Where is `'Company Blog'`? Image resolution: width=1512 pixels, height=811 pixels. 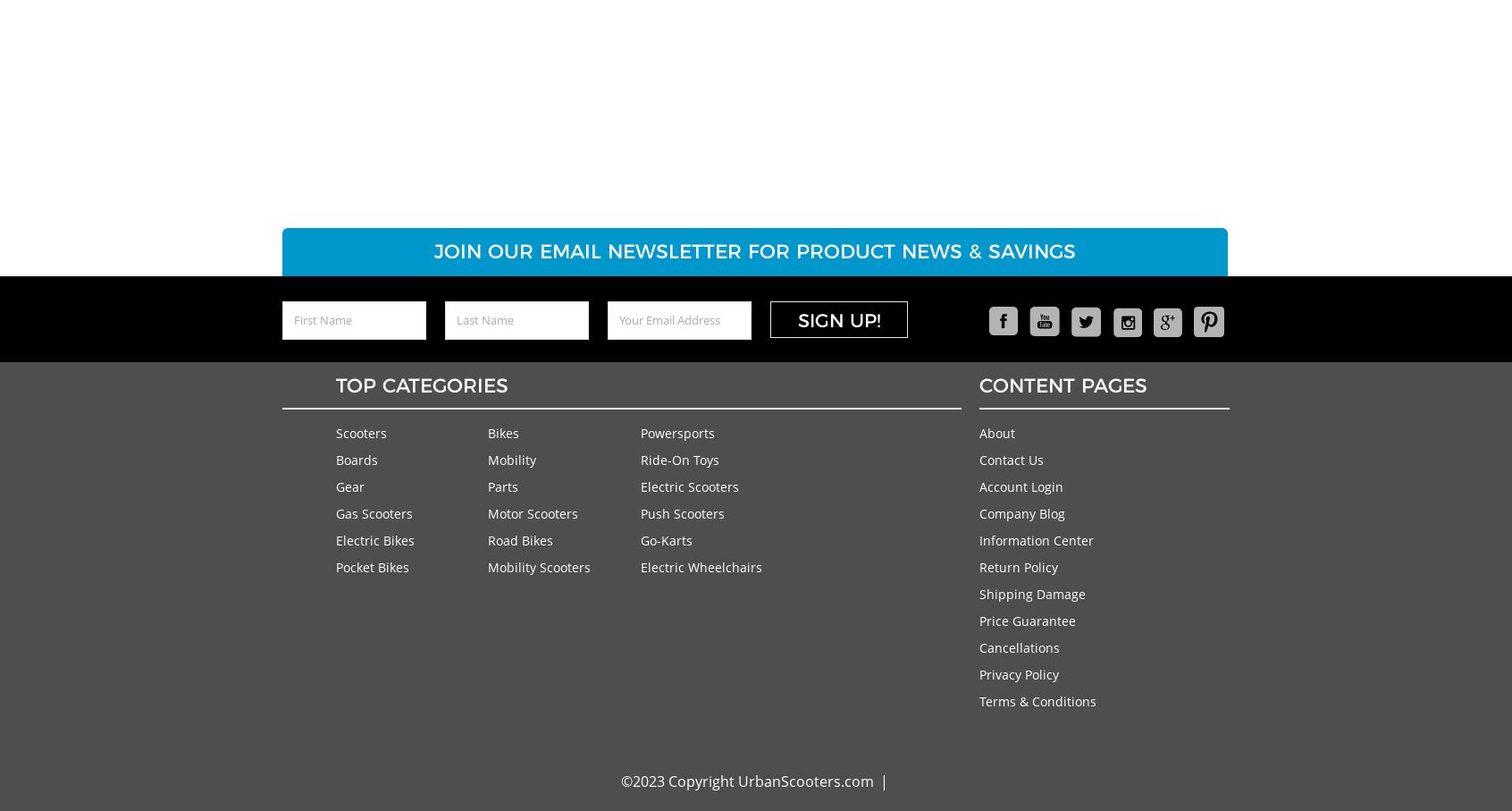 'Company Blog' is located at coordinates (1021, 512).